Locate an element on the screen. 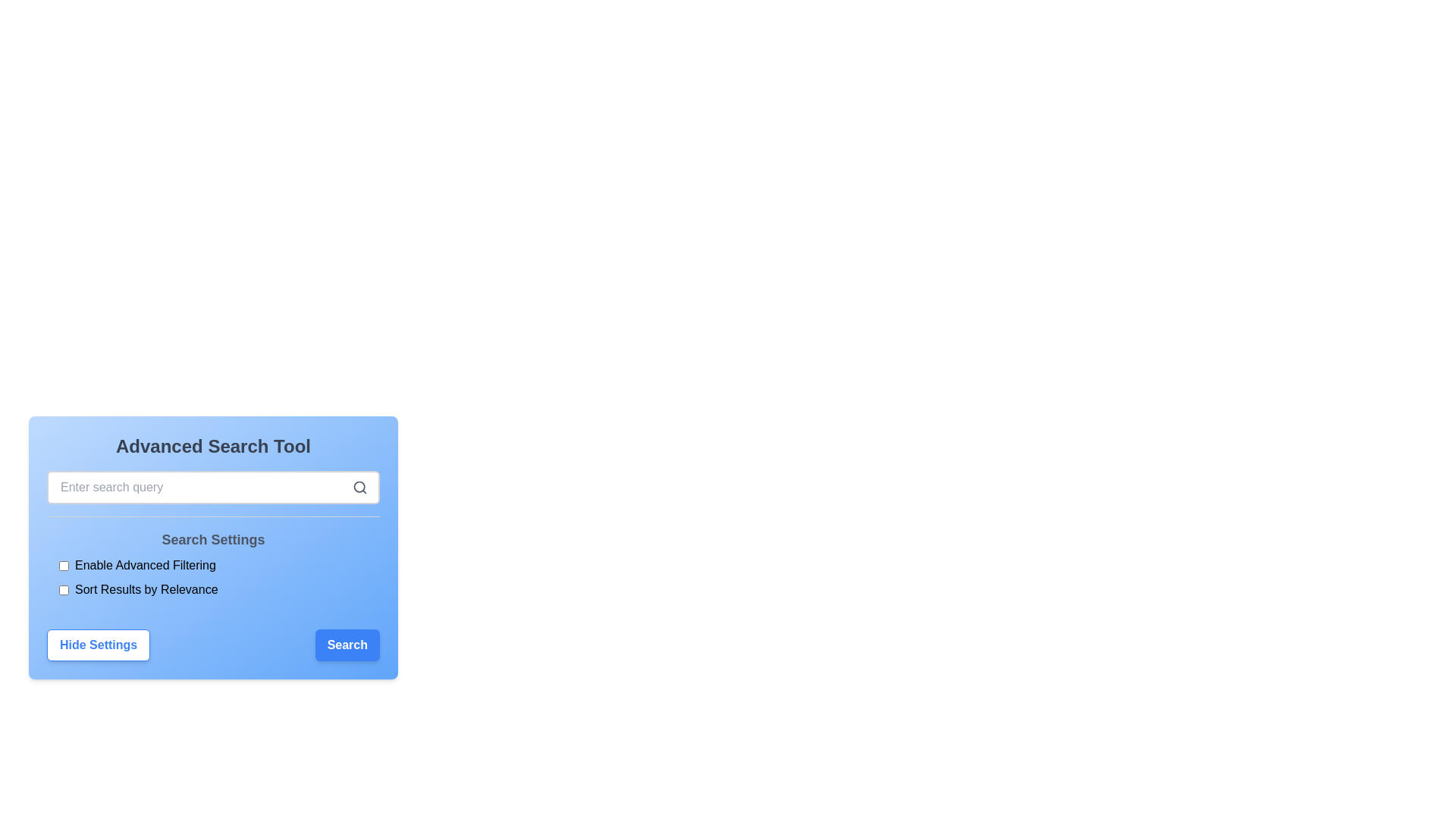  the checkbox is located at coordinates (63, 565).